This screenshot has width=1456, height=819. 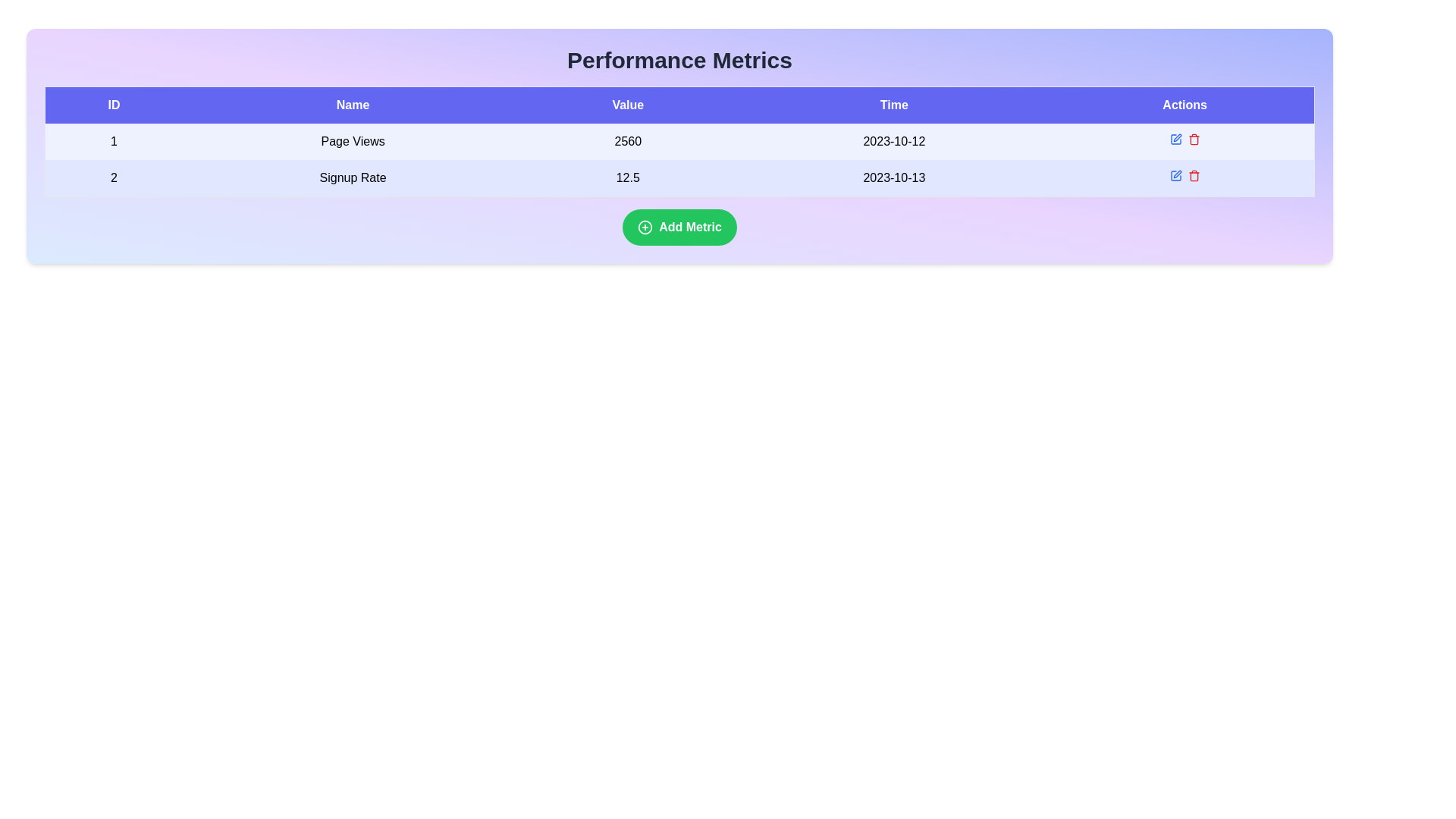 I want to click on the 'Actions' table header cell, which is the last column header in the table with a blue background and bold white text, so click(x=1184, y=104).